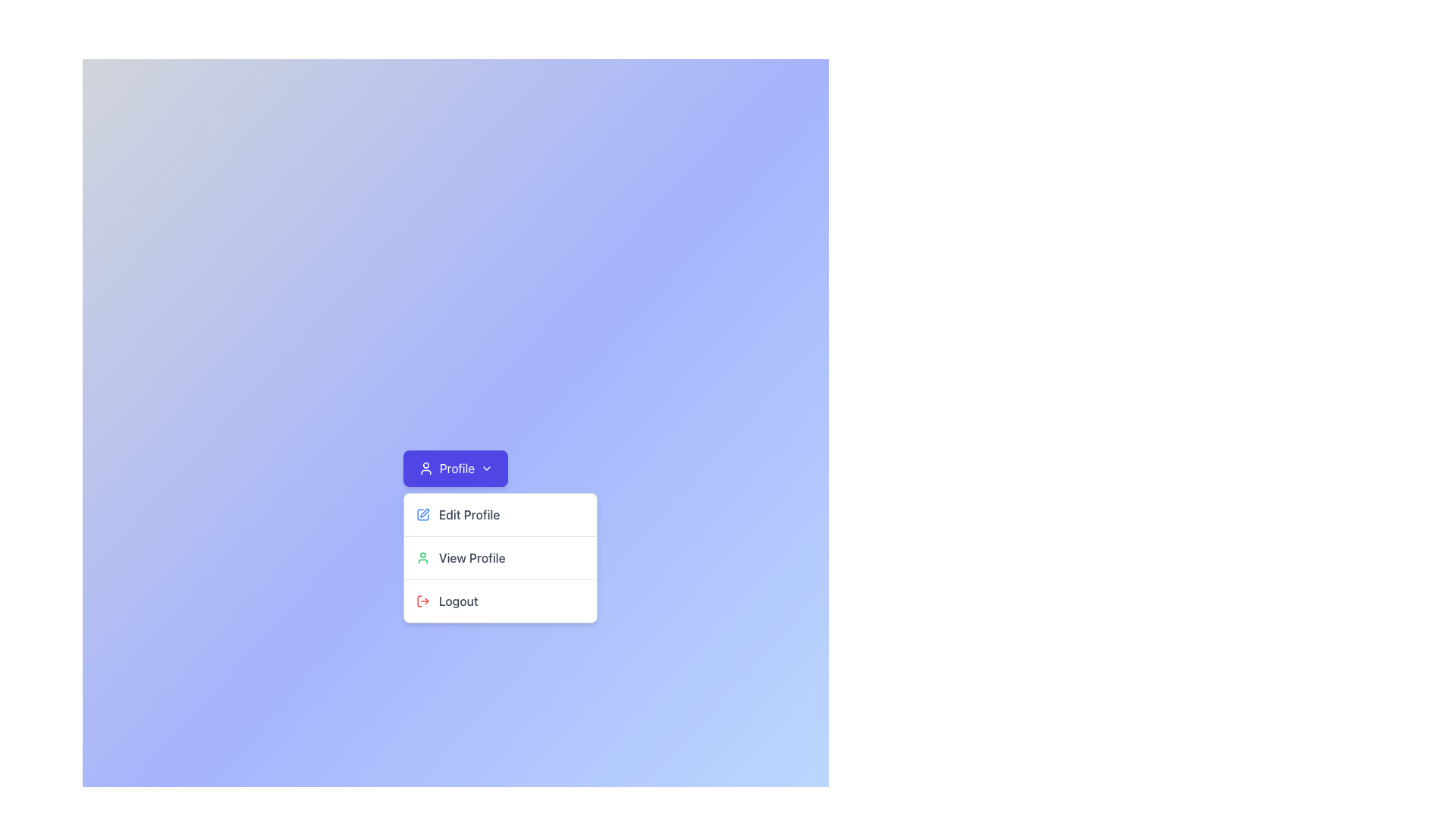 This screenshot has width=1456, height=819. I want to click on the 'Edit Profile' text label, which is a medium-sized, gray-colored font with a slightly bold weight, located in the dropdown menu under the 'Profile' section, so click(469, 513).